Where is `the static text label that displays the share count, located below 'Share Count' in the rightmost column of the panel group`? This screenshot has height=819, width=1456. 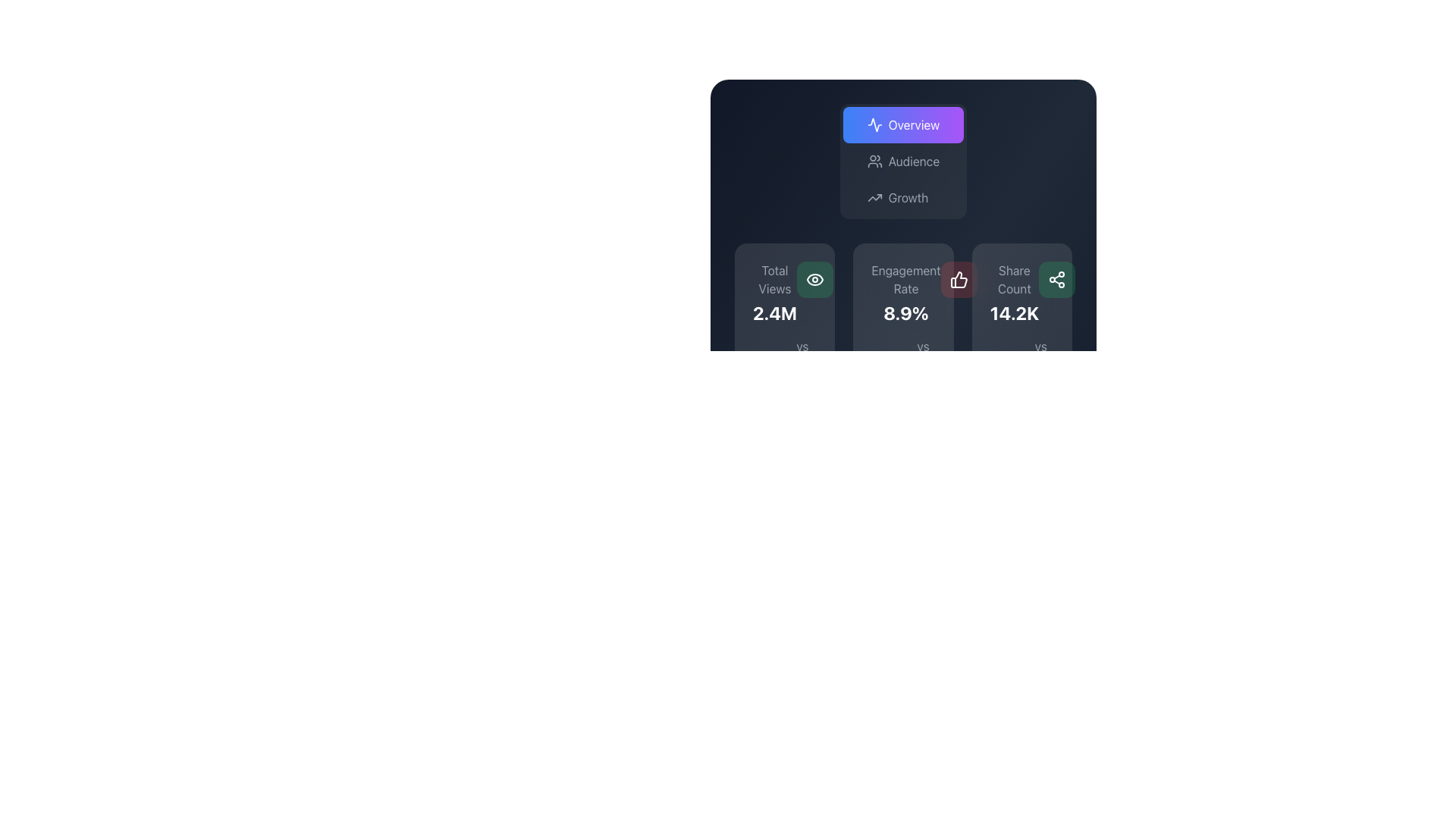
the static text label that displays the share count, located below 'Share Count' in the rightmost column of the panel group is located at coordinates (1014, 312).